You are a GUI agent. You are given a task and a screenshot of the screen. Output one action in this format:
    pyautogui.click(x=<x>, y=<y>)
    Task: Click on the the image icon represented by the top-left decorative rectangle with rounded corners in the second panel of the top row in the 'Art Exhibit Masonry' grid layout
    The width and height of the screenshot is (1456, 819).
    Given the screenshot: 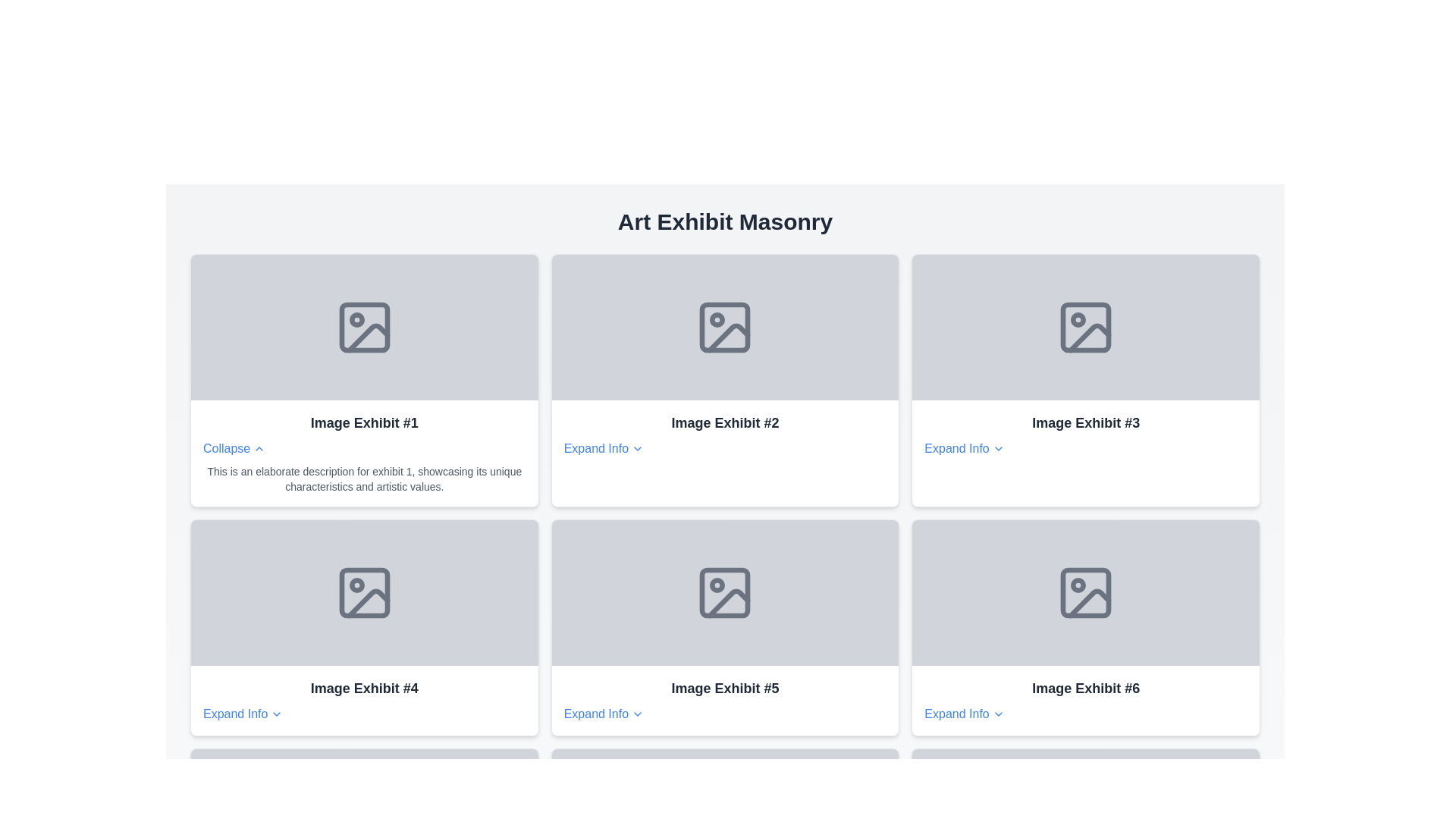 What is the action you would take?
    pyautogui.click(x=724, y=327)
    